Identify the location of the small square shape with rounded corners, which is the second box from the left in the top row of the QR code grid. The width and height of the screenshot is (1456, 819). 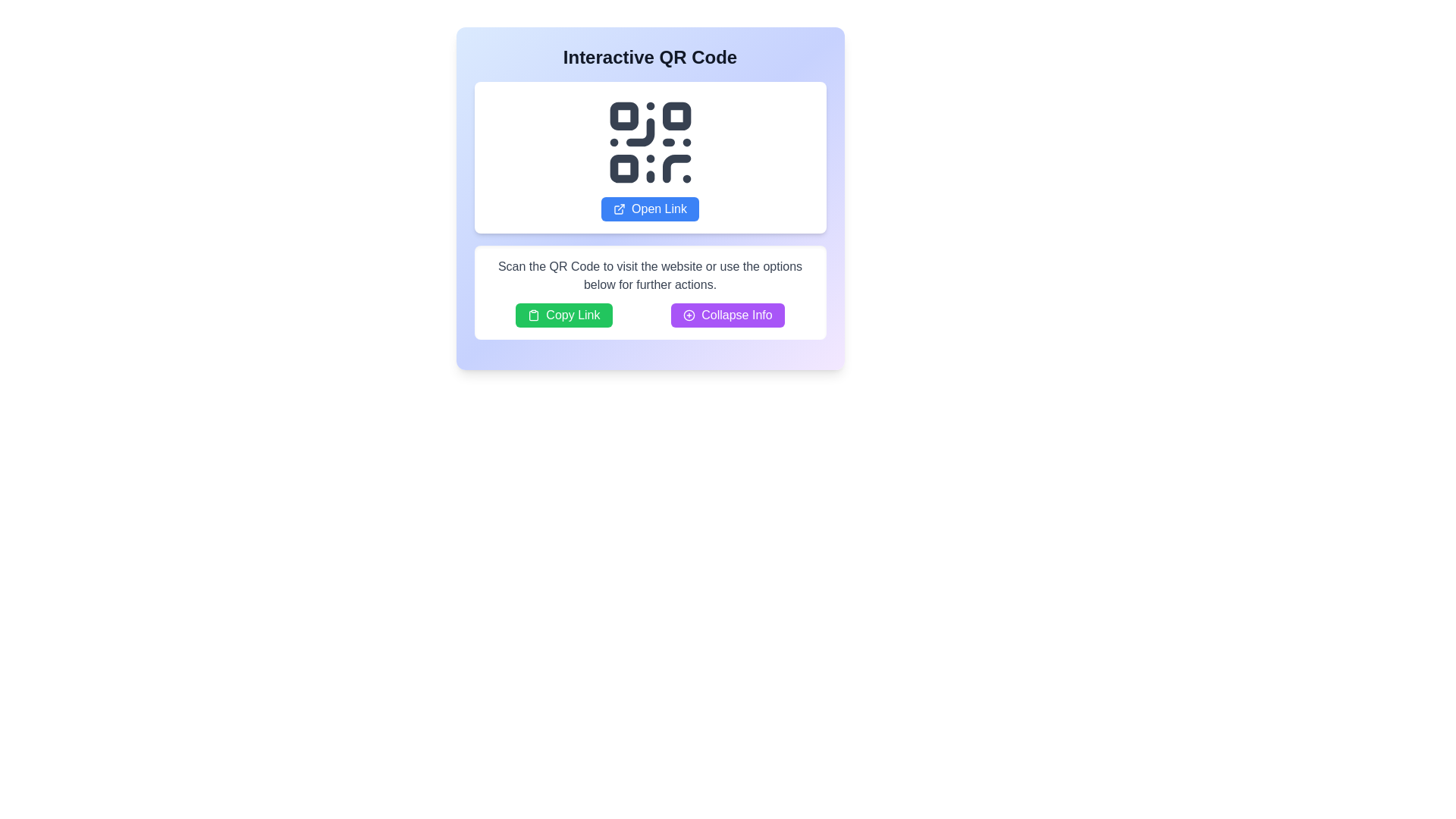
(676, 115).